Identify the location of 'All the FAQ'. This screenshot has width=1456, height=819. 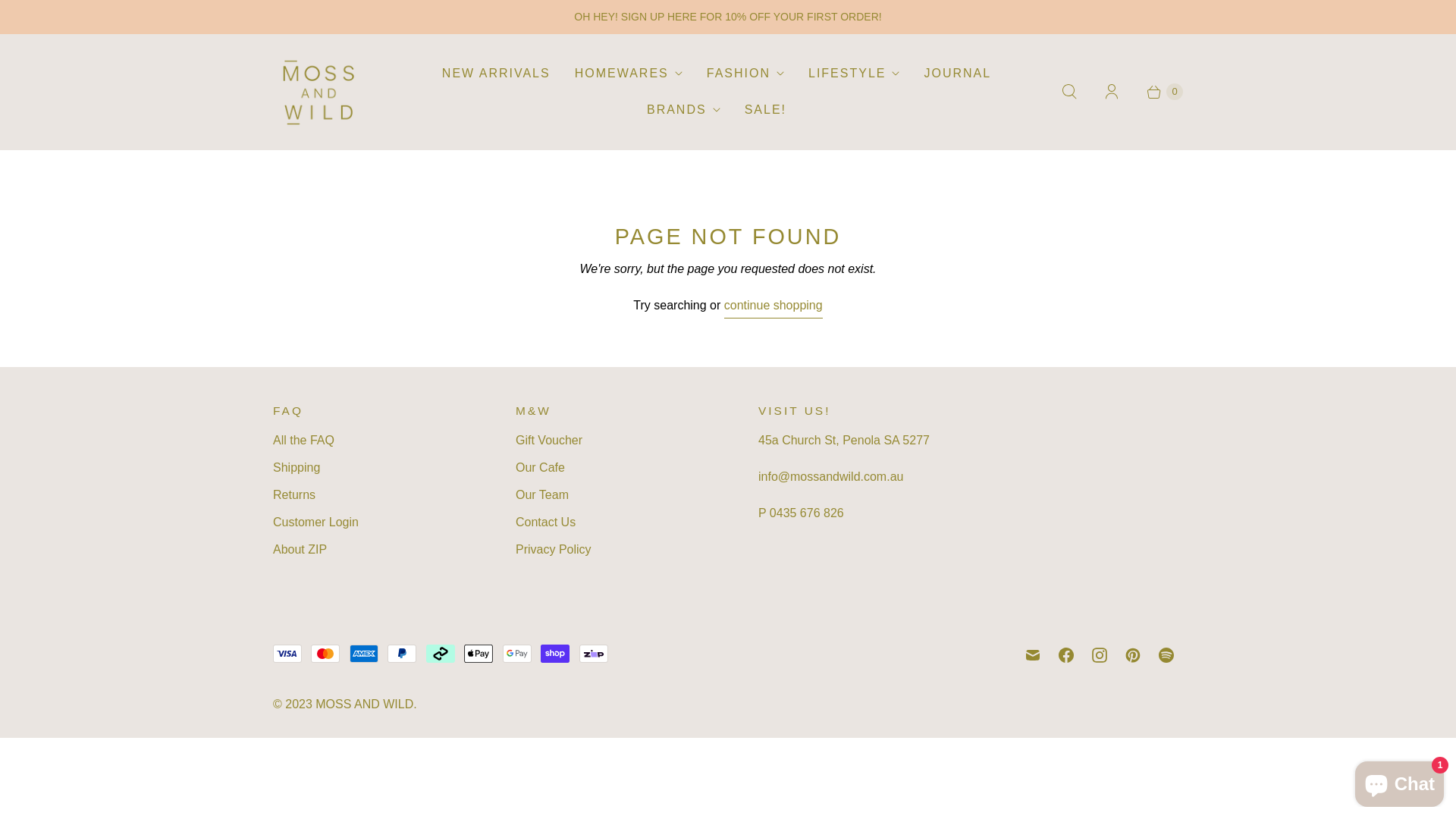
(273, 440).